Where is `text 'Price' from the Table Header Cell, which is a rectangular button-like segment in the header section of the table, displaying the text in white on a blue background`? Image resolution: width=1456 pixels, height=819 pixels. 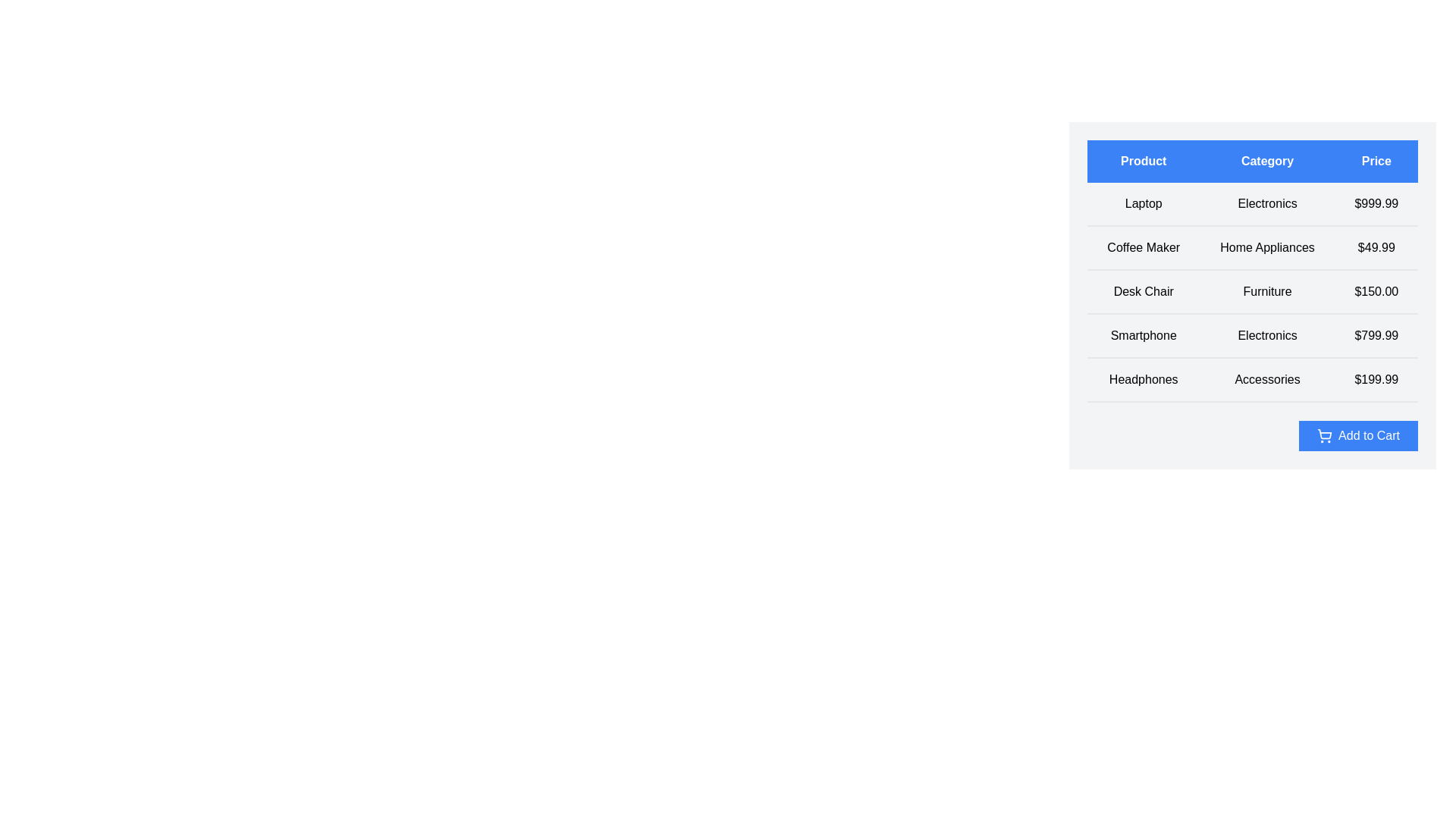
text 'Price' from the Table Header Cell, which is a rectangular button-like segment in the header section of the table, displaying the text in white on a blue background is located at coordinates (1376, 161).